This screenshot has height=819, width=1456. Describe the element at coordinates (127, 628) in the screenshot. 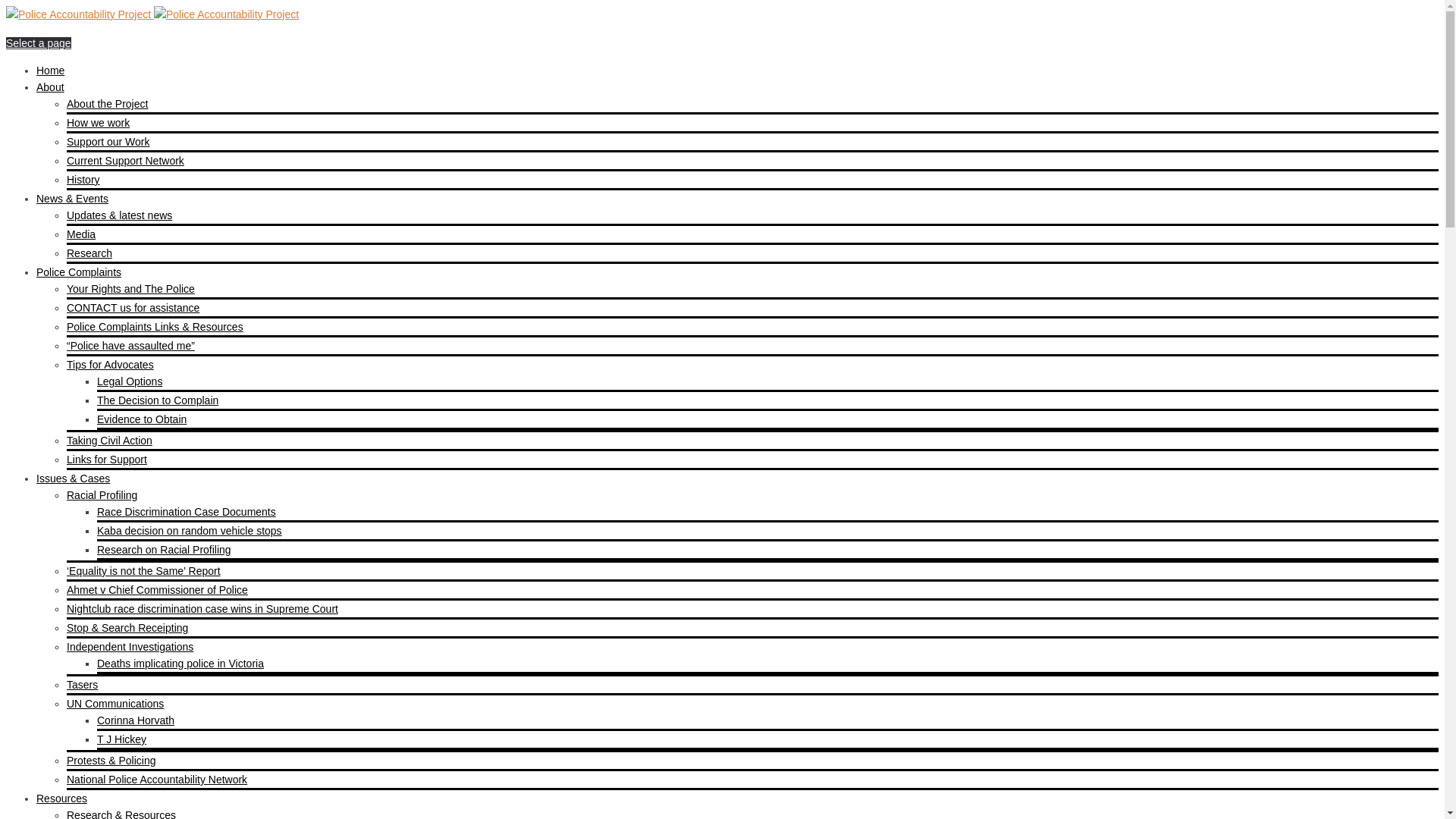

I see `'Stop & Search Receipting'` at that location.